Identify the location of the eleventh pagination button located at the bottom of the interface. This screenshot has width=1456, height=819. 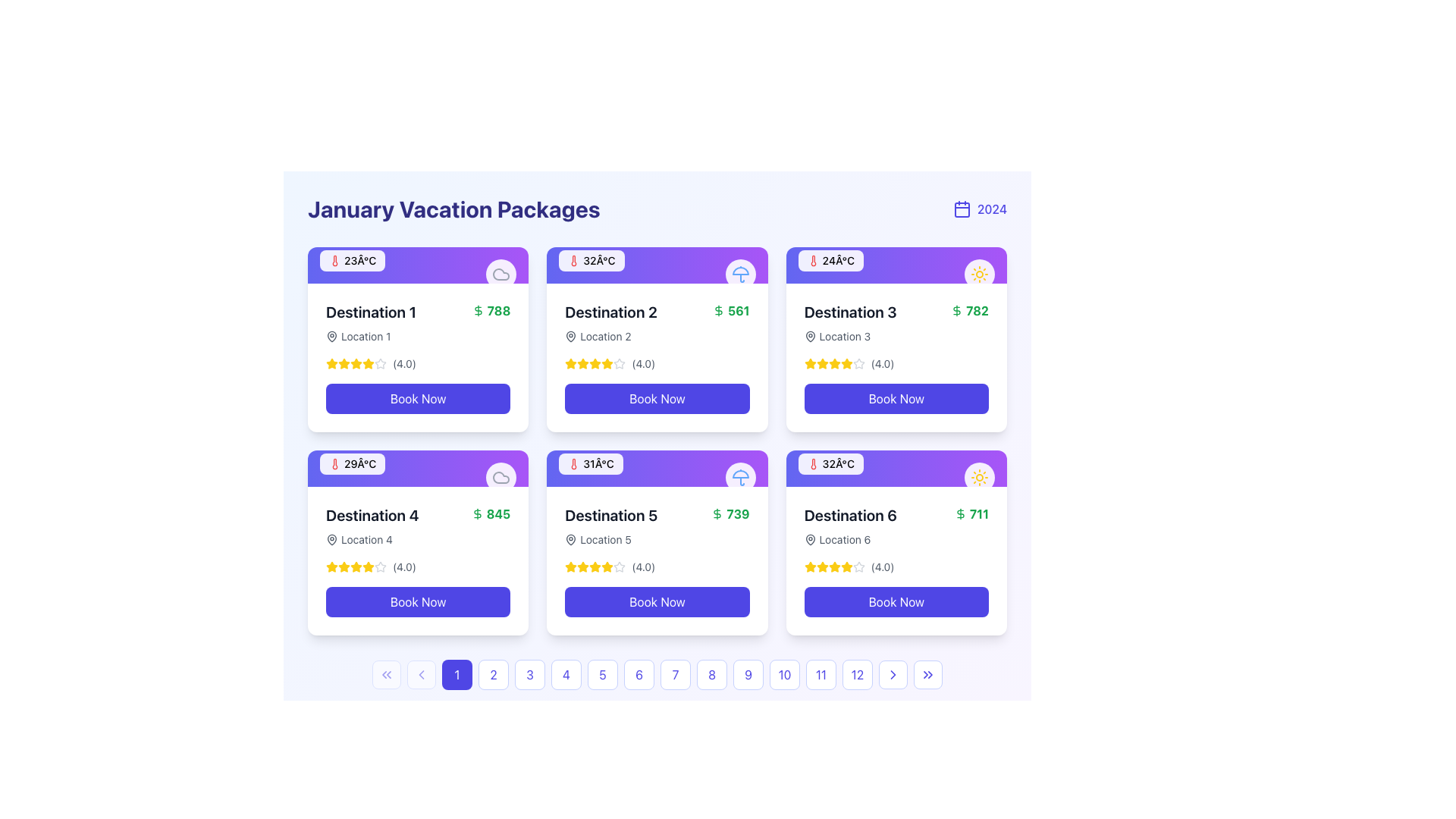
(821, 674).